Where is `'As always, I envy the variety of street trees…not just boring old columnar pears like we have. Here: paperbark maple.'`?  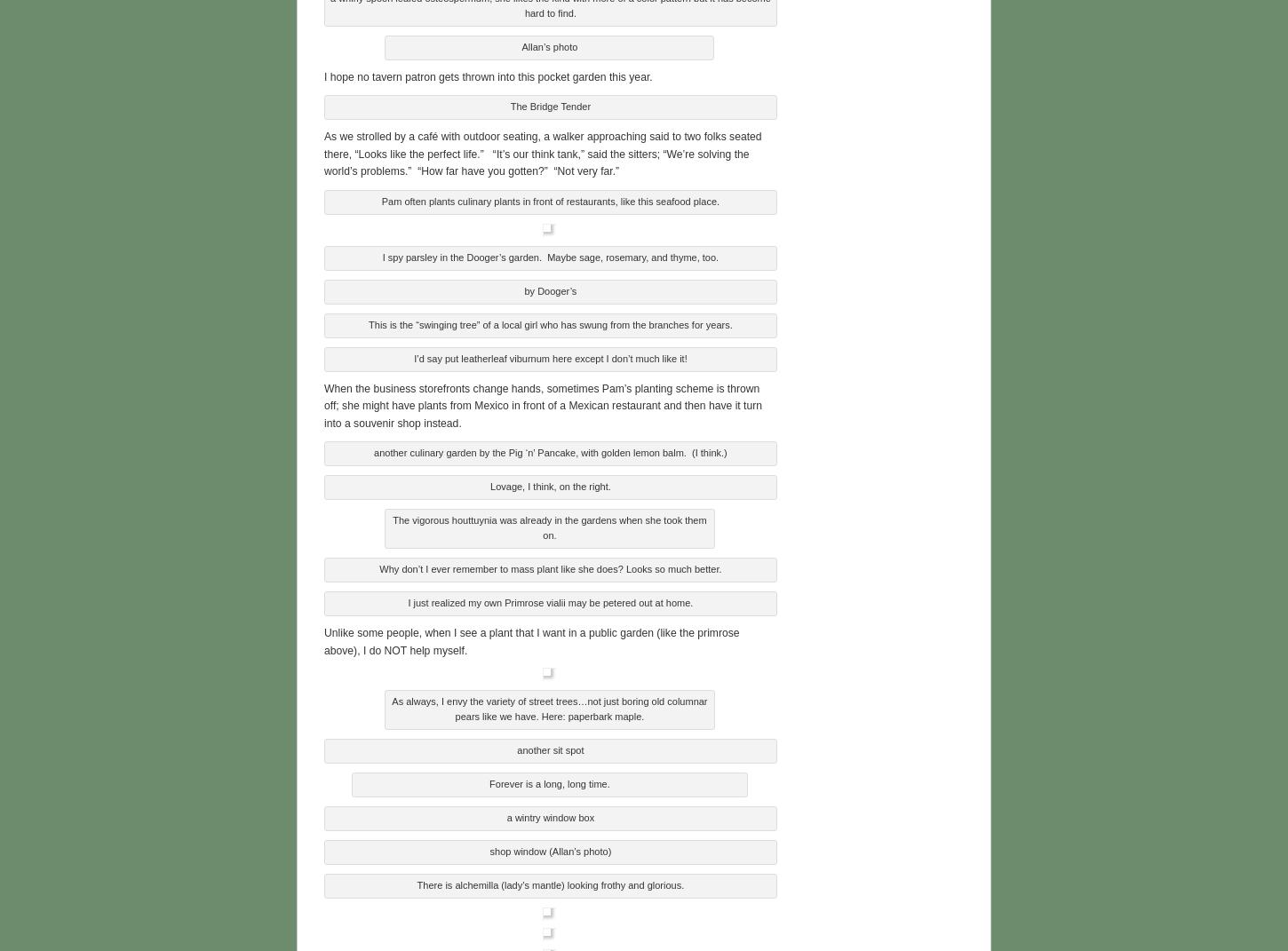 'As always, I envy the variety of street trees…not just boring old columnar pears like we have. Here: paperbark maple.' is located at coordinates (548, 705).